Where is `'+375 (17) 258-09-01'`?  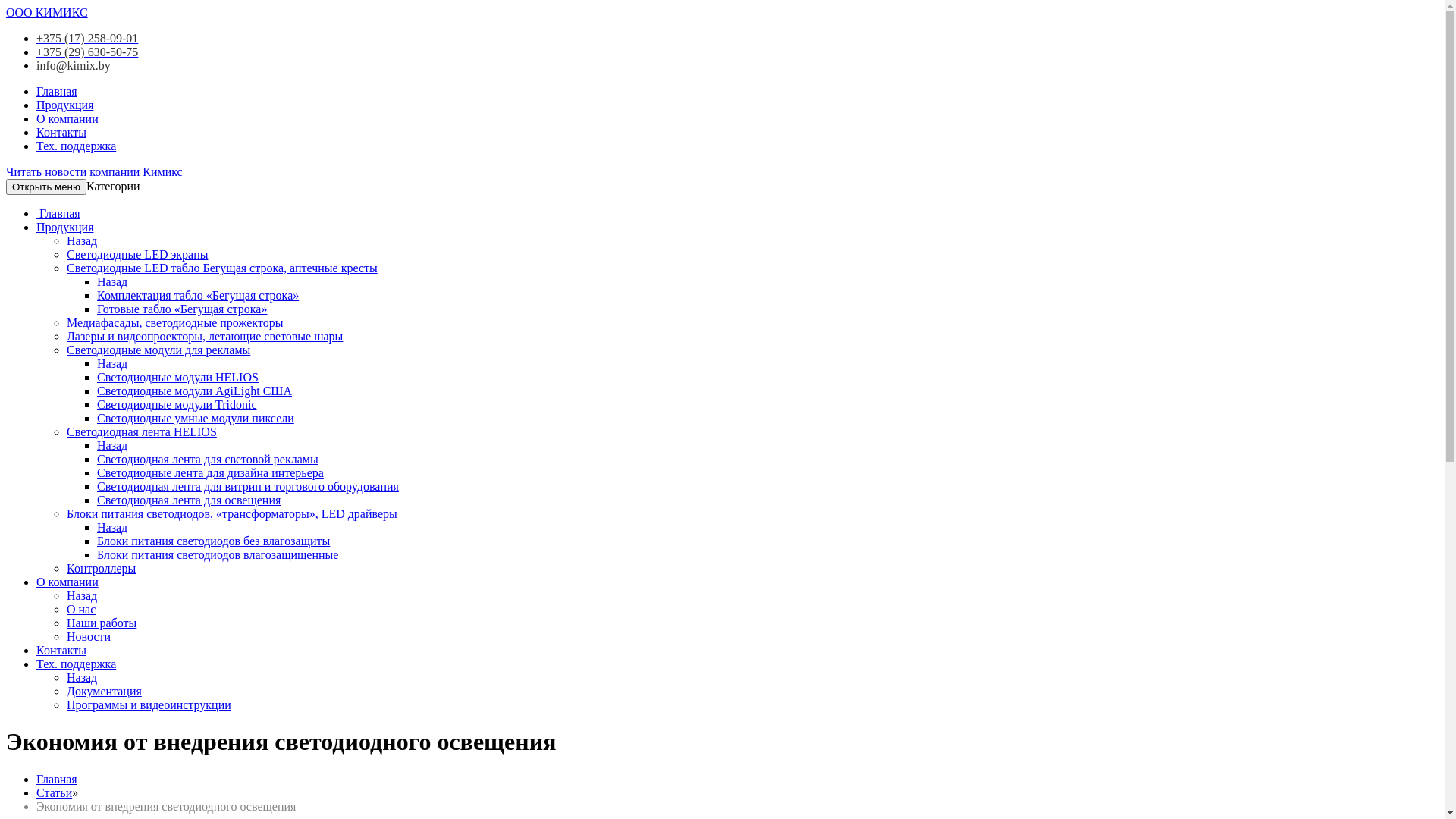 '+375 (17) 258-09-01' is located at coordinates (86, 37).